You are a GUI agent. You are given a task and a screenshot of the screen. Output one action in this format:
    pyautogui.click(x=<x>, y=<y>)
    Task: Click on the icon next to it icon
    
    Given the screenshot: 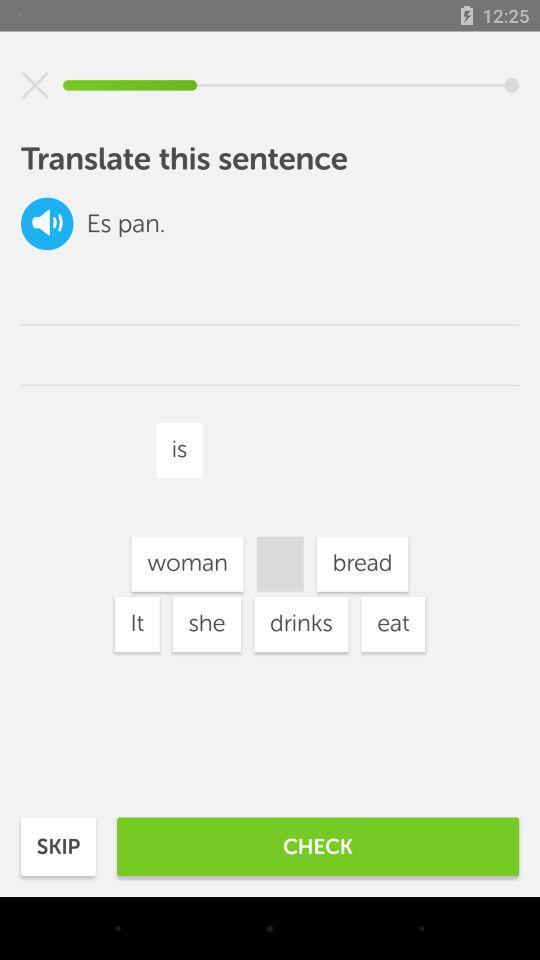 What is the action you would take?
    pyautogui.click(x=205, y=623)
    